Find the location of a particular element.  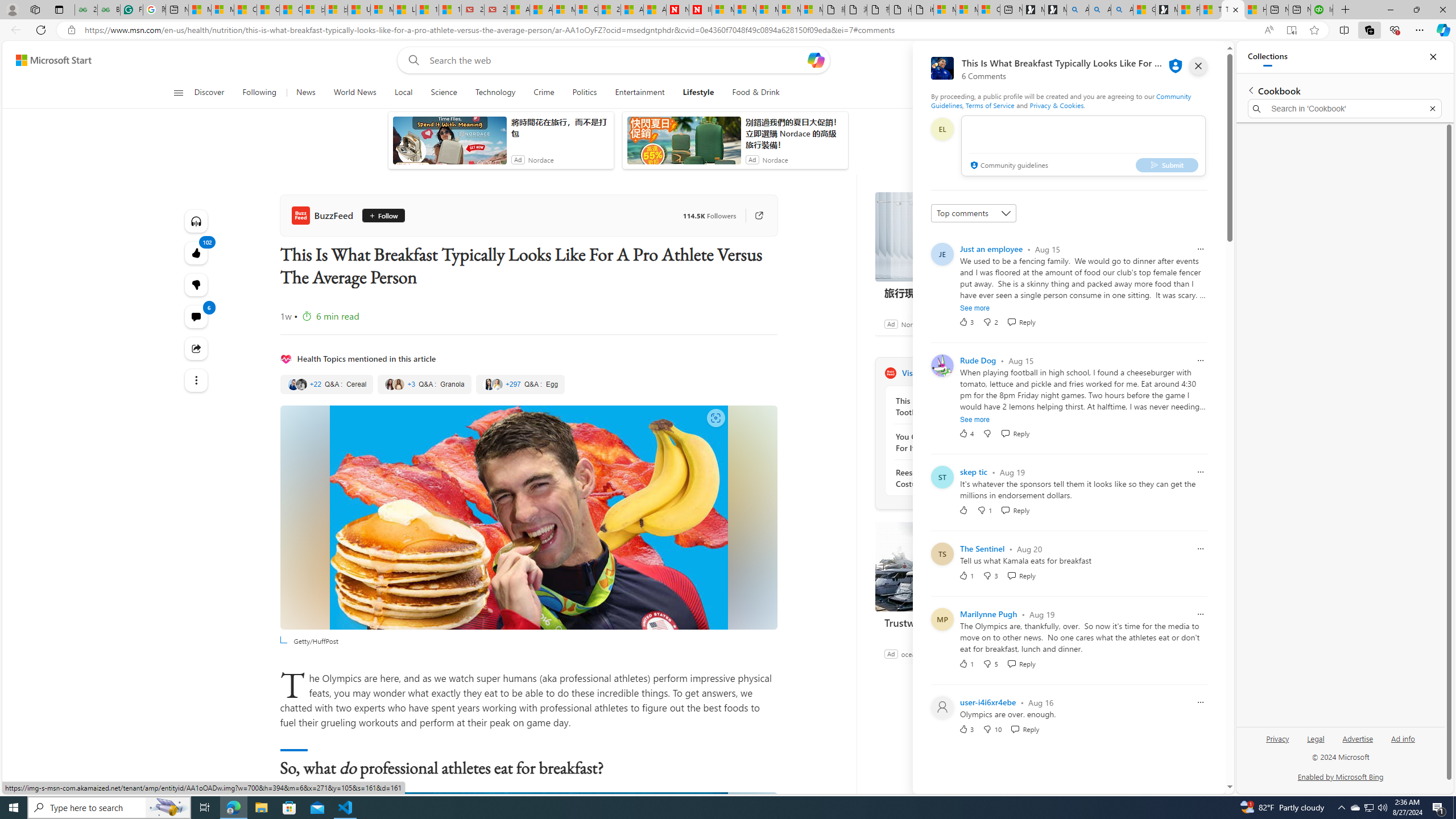

'Getty/HuffPost' is located at coordinates (528, 517).